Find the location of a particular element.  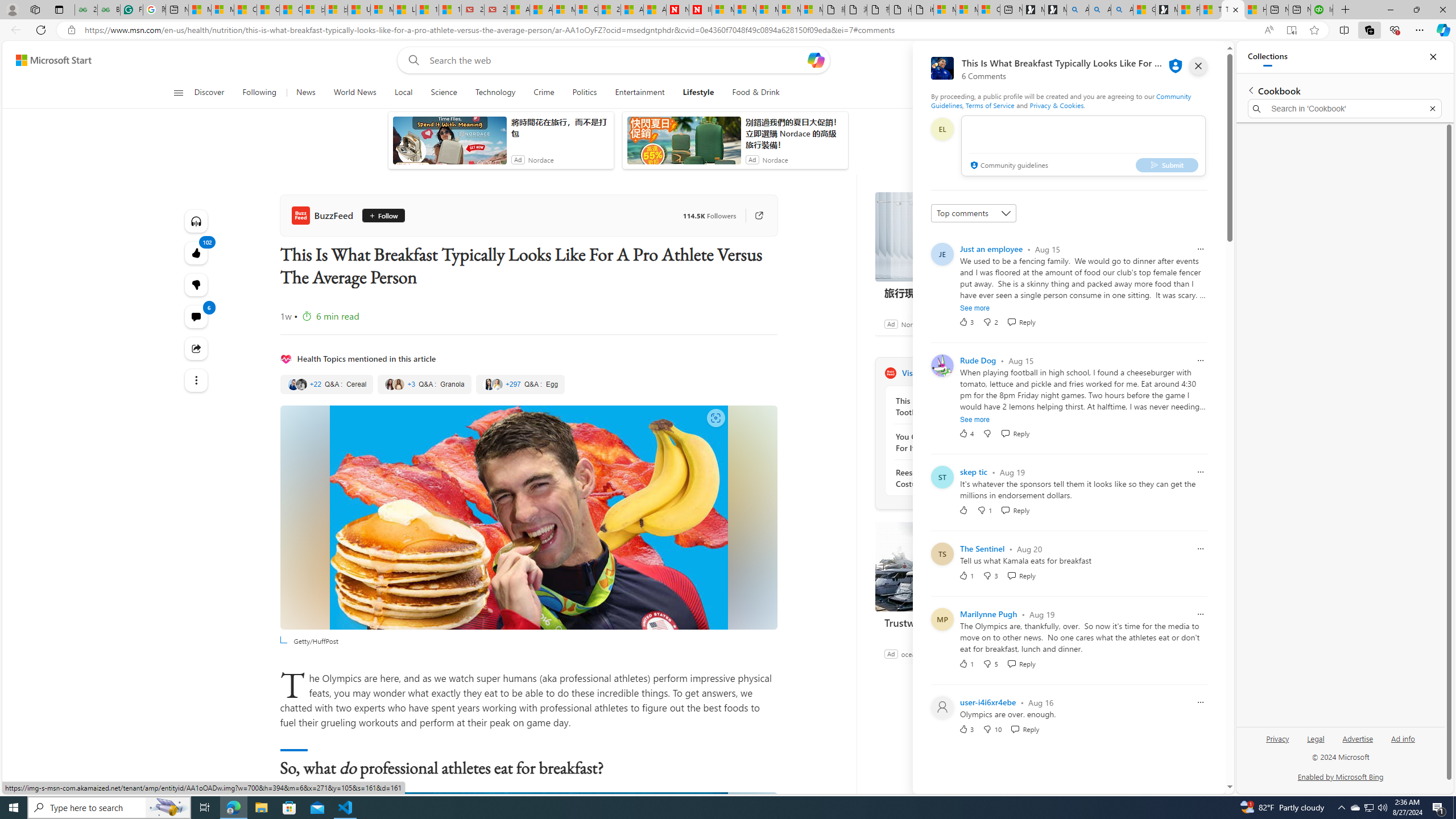

'Getty/HuffPost' is located at coordinates (528, 517).